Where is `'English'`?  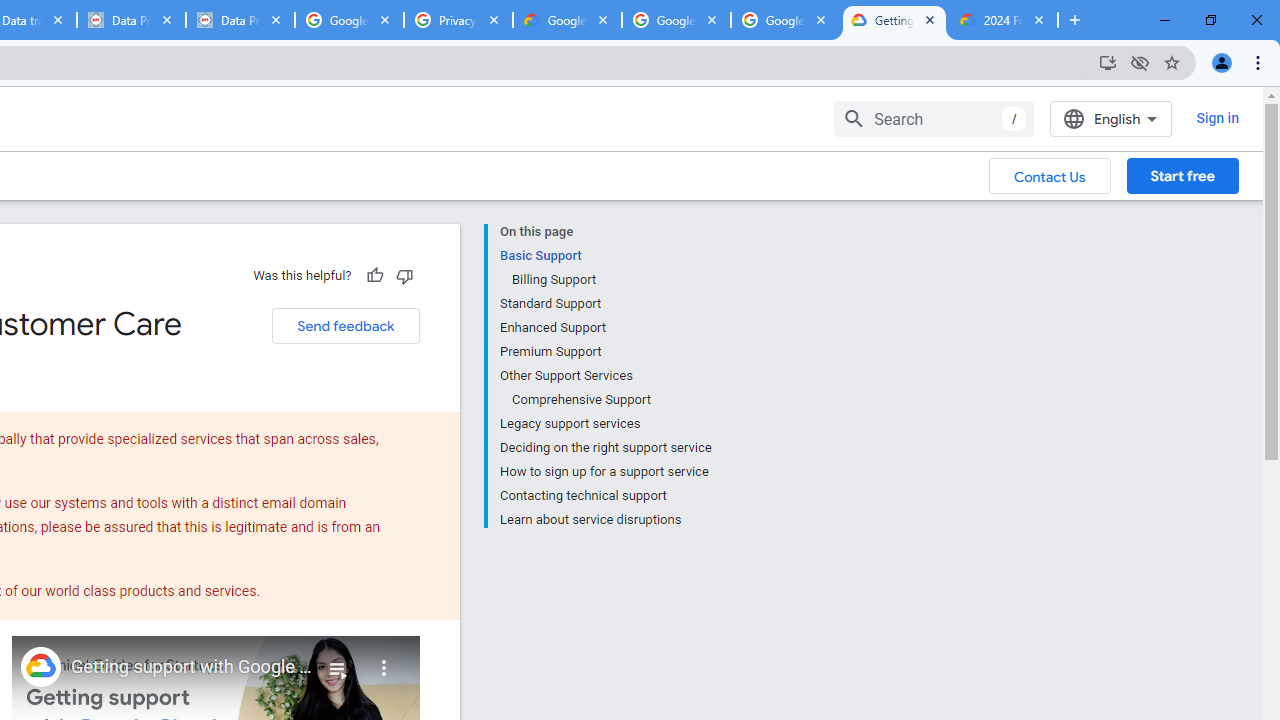
'English' is located at coordinates (1110, 118).